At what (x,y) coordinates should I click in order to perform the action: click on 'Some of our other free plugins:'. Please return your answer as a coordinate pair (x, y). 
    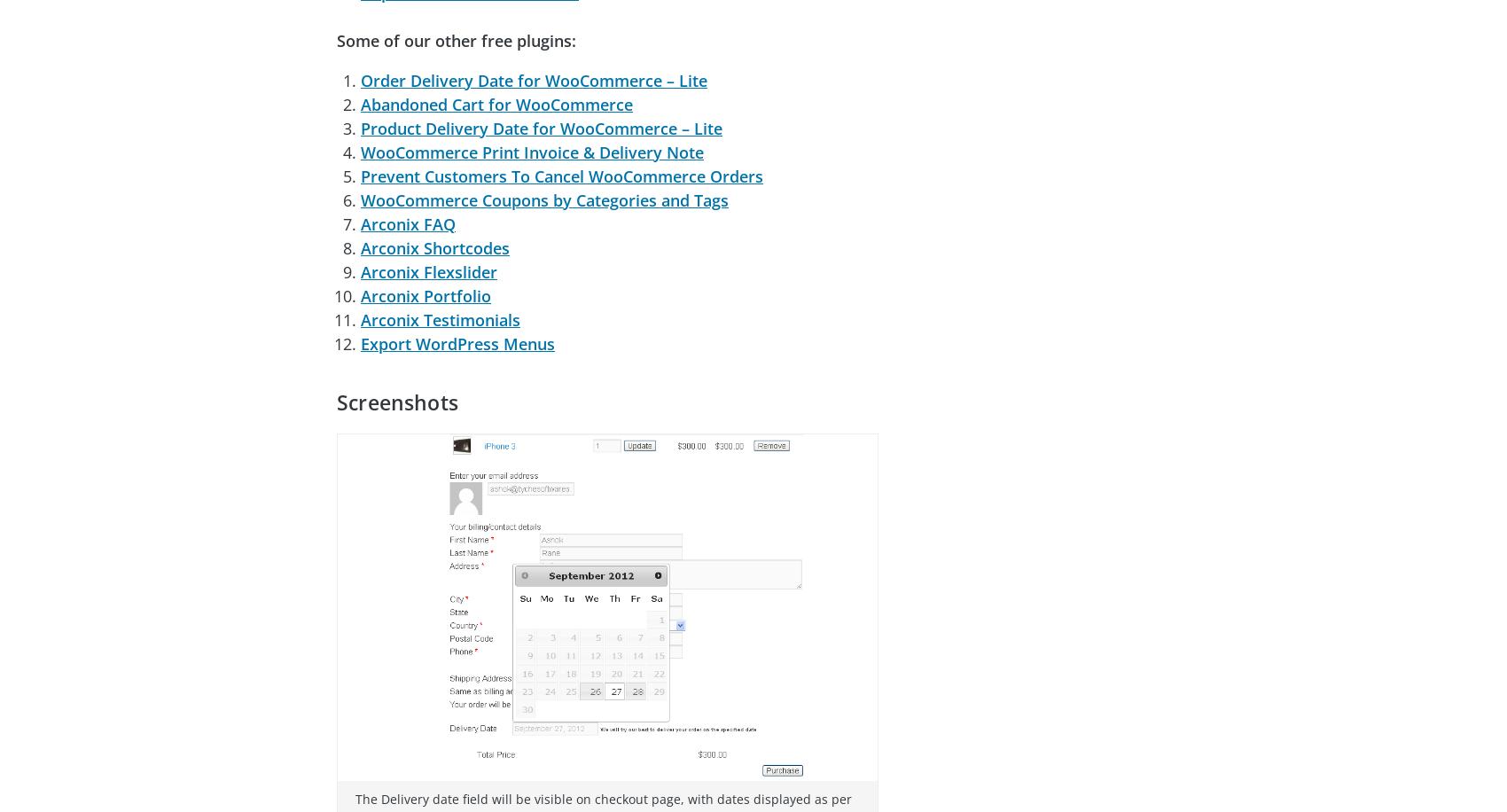
    Looking at the image, I should click on (335, 39).